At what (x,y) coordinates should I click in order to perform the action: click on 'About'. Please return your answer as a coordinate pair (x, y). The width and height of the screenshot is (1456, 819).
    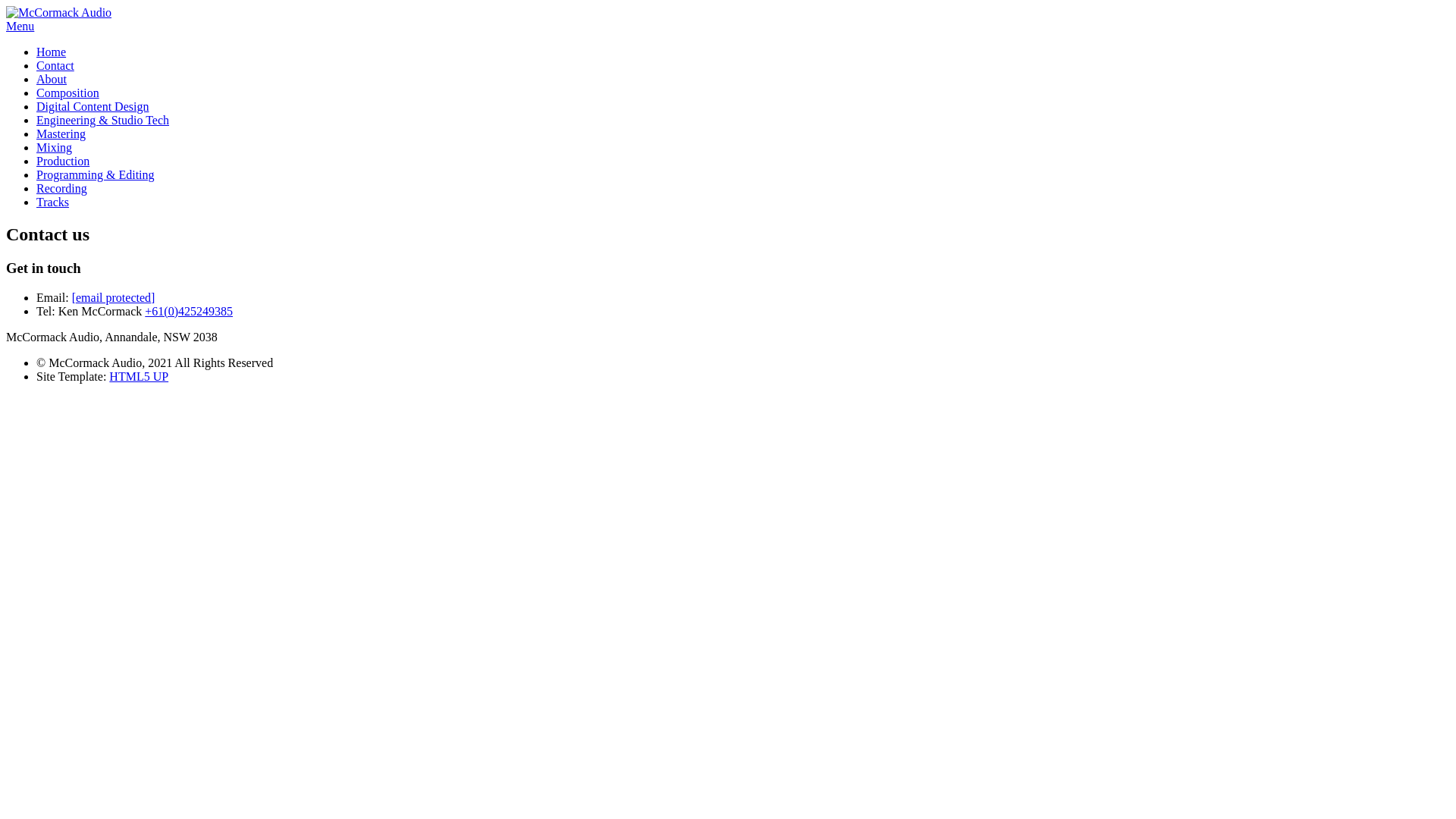
    Looking at the image, I should click on (51, 79).